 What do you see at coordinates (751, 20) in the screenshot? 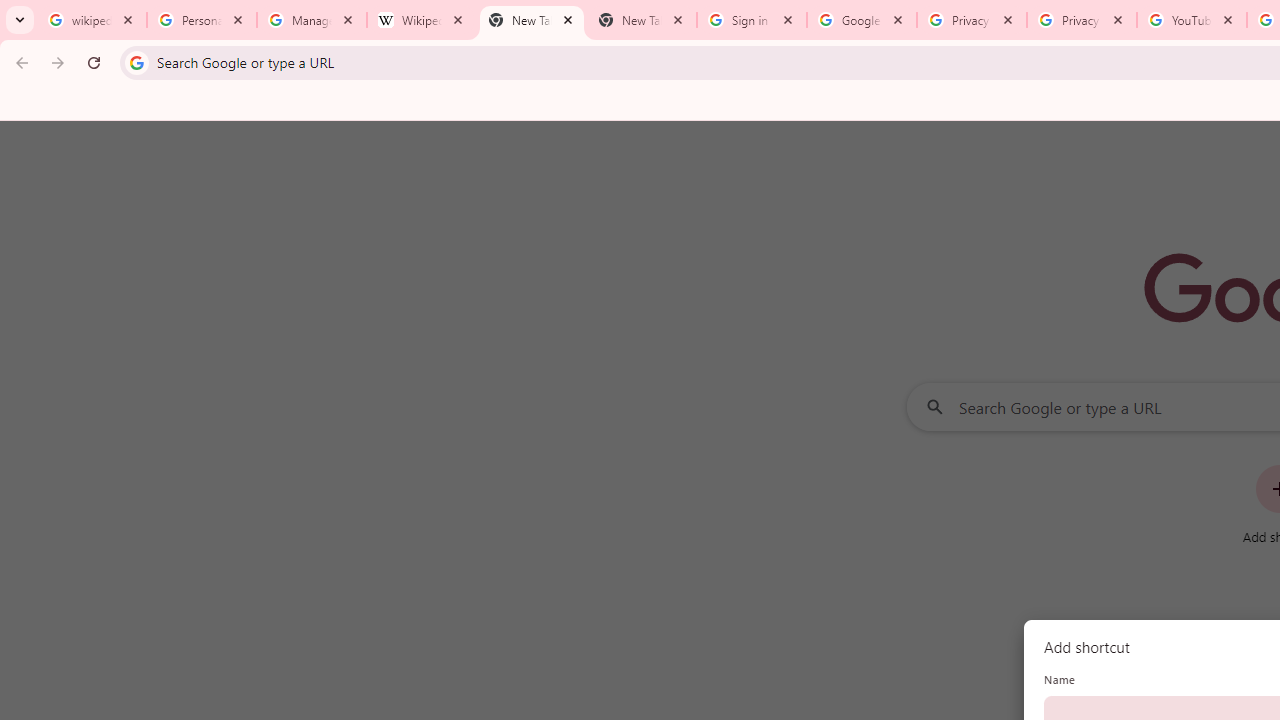
I see `'Sign in - Google Accounts'` at bounding box center [751, 20].